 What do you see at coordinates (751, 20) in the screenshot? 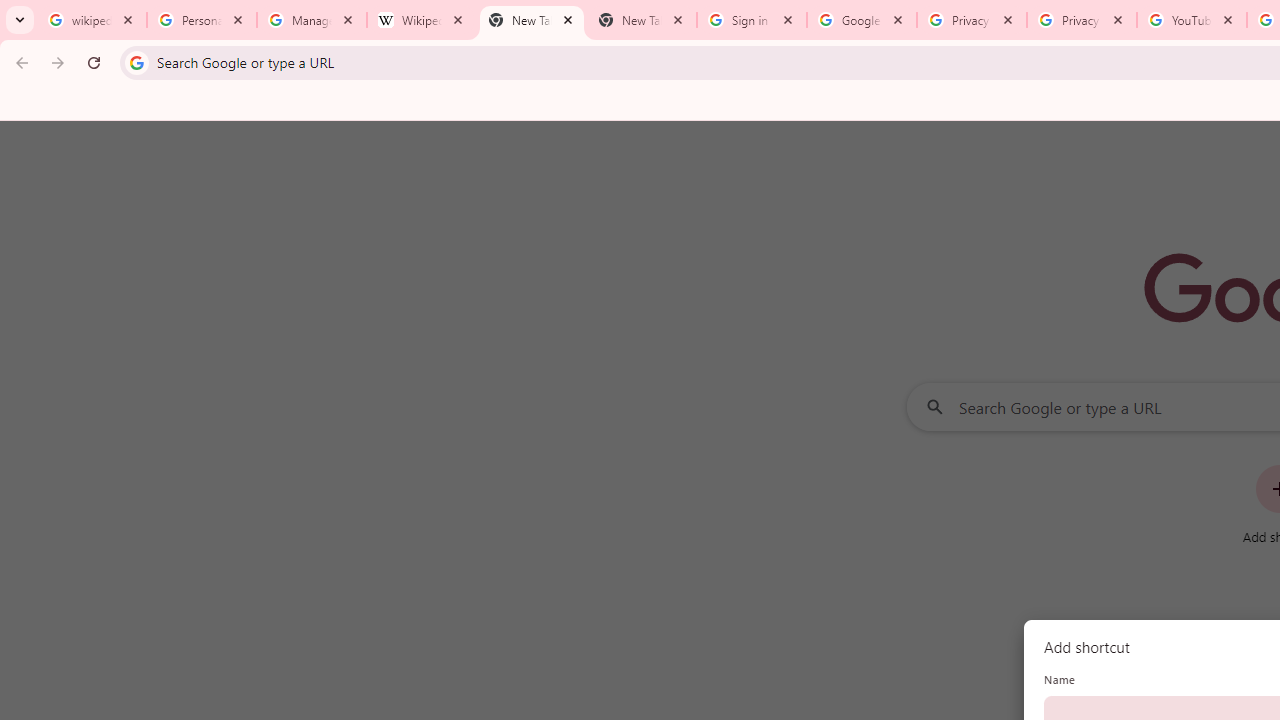
I see `'Sign in - Google Accounts'` at bounding box center [751, 20].